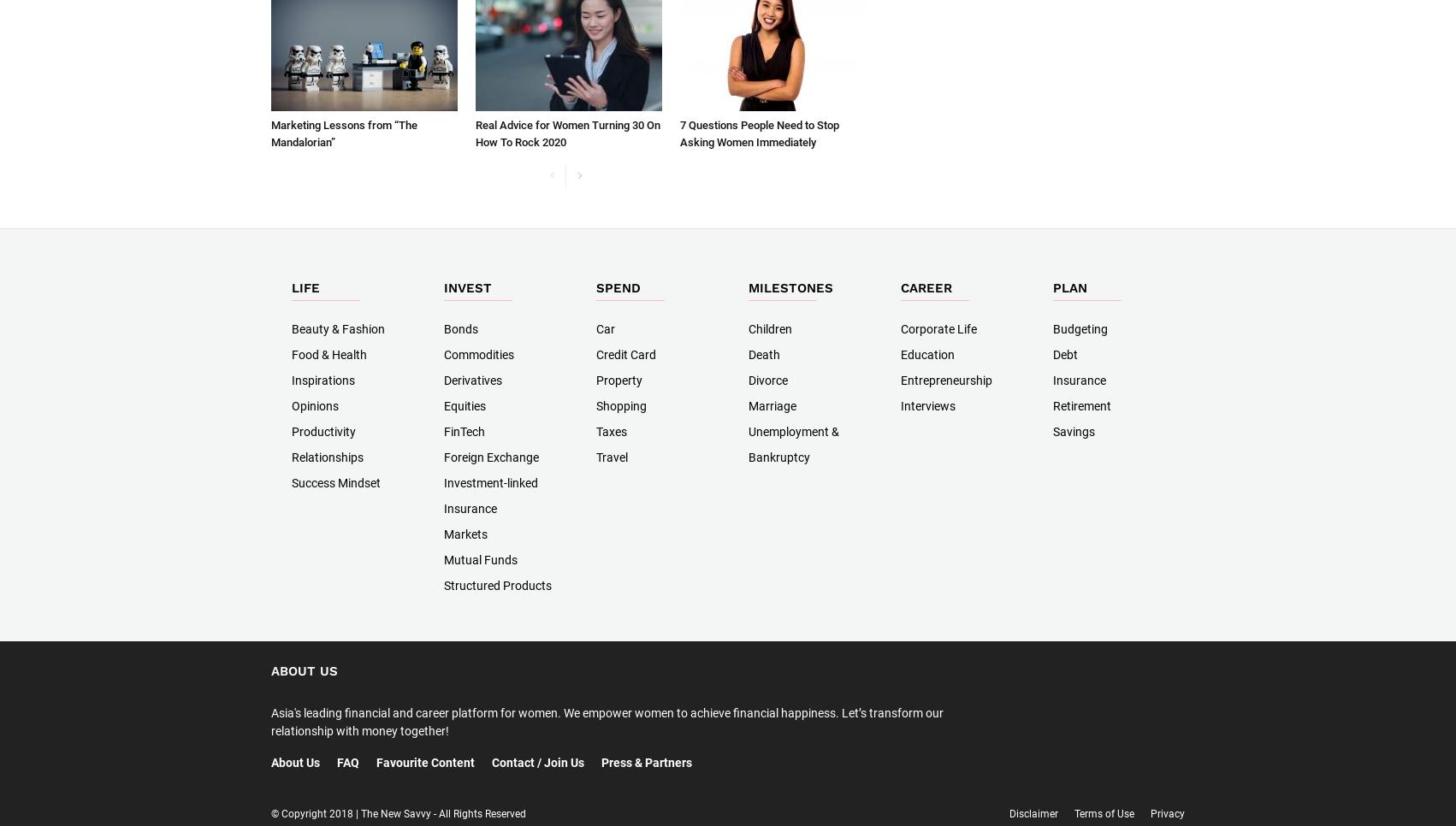 The image size is (1456, 826). Describe the element at coordinates (748, 405) in the screenshot. I see `'Marriage'` at that location.